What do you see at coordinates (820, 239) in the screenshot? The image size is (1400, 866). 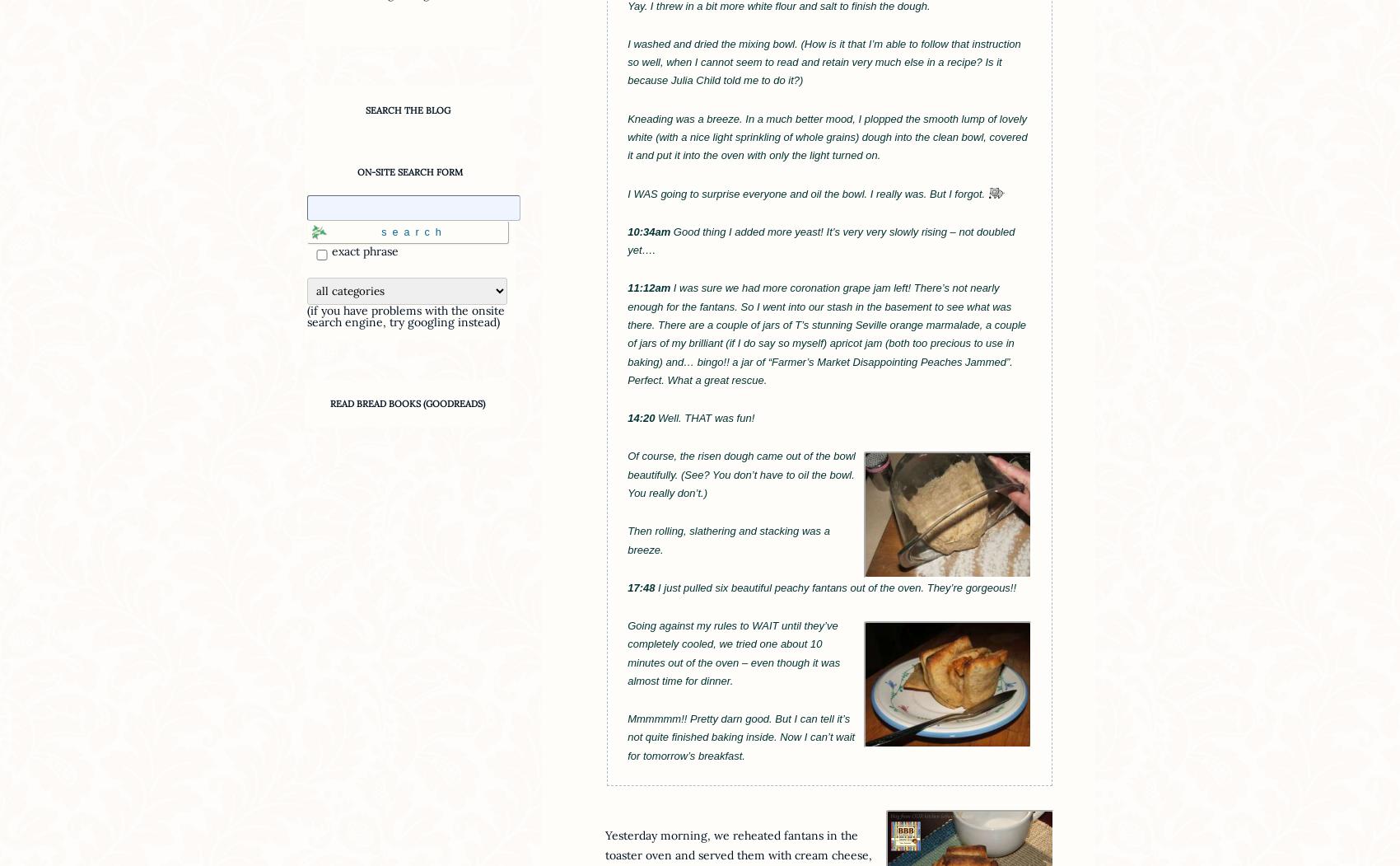 I see `'Good thing I added more yeast! It’s very very slowly rising – not doubled yet….'` at bounding box center [820, 239].